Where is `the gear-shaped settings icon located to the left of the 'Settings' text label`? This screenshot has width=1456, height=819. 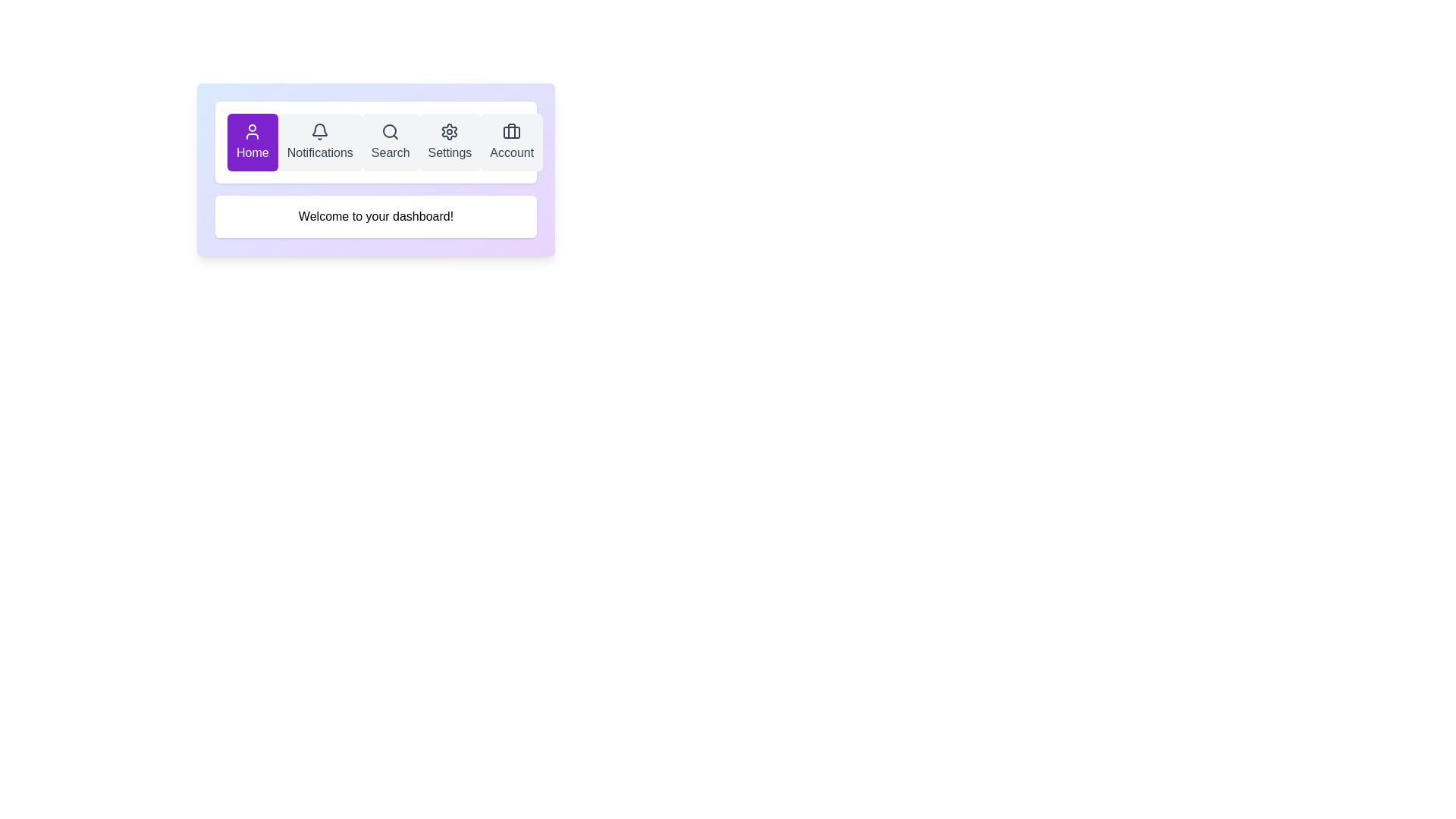 the gear-shaped settings icon located to the left of the 'Settings' text label is located at coordinates (449, 130).